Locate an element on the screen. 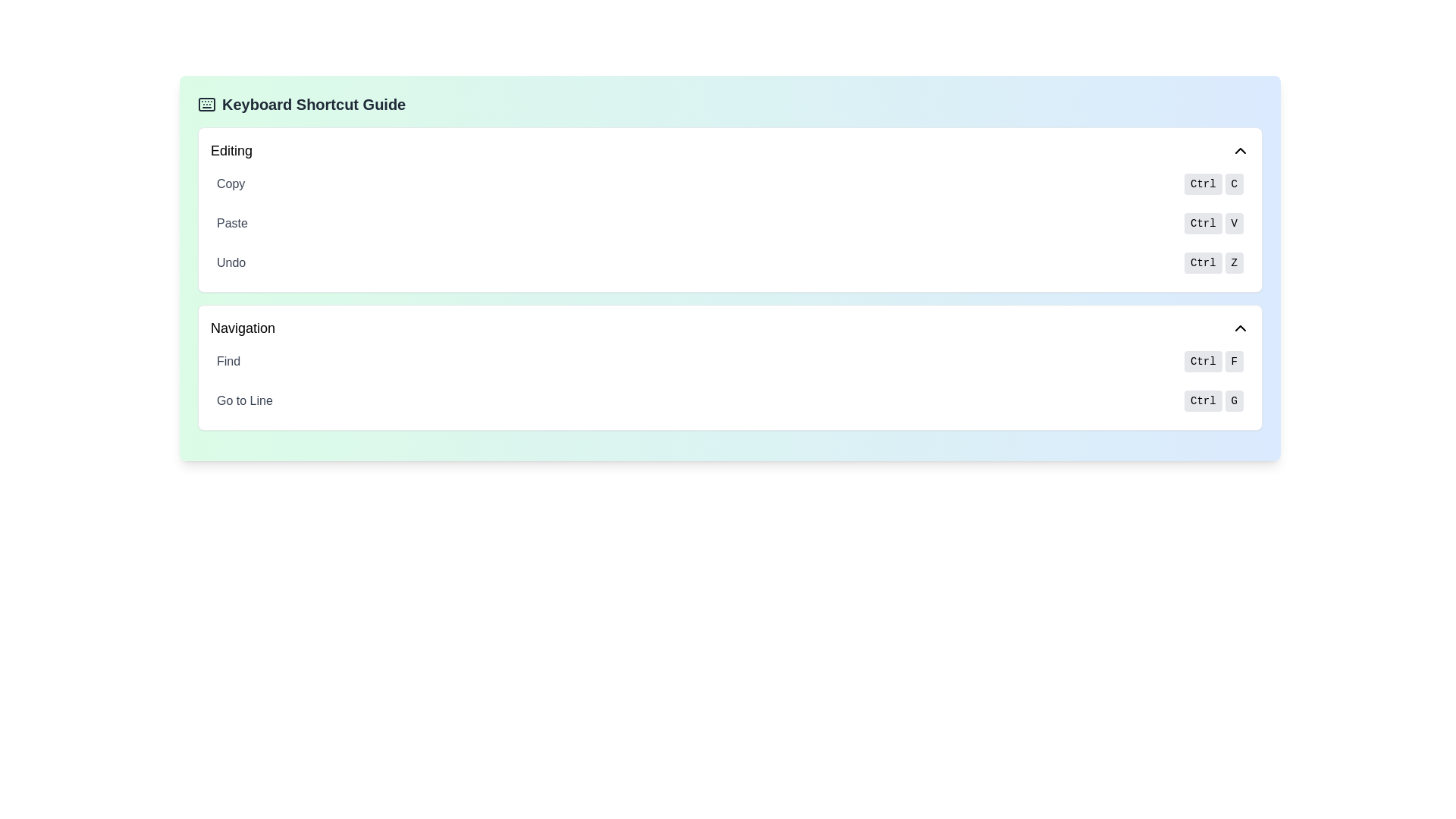  the text label displaying 'Copy' in gray font, located within the 'Editing' section of the 'Keyboard Shortcut Guide' interface is located at coordinates (230, 184).